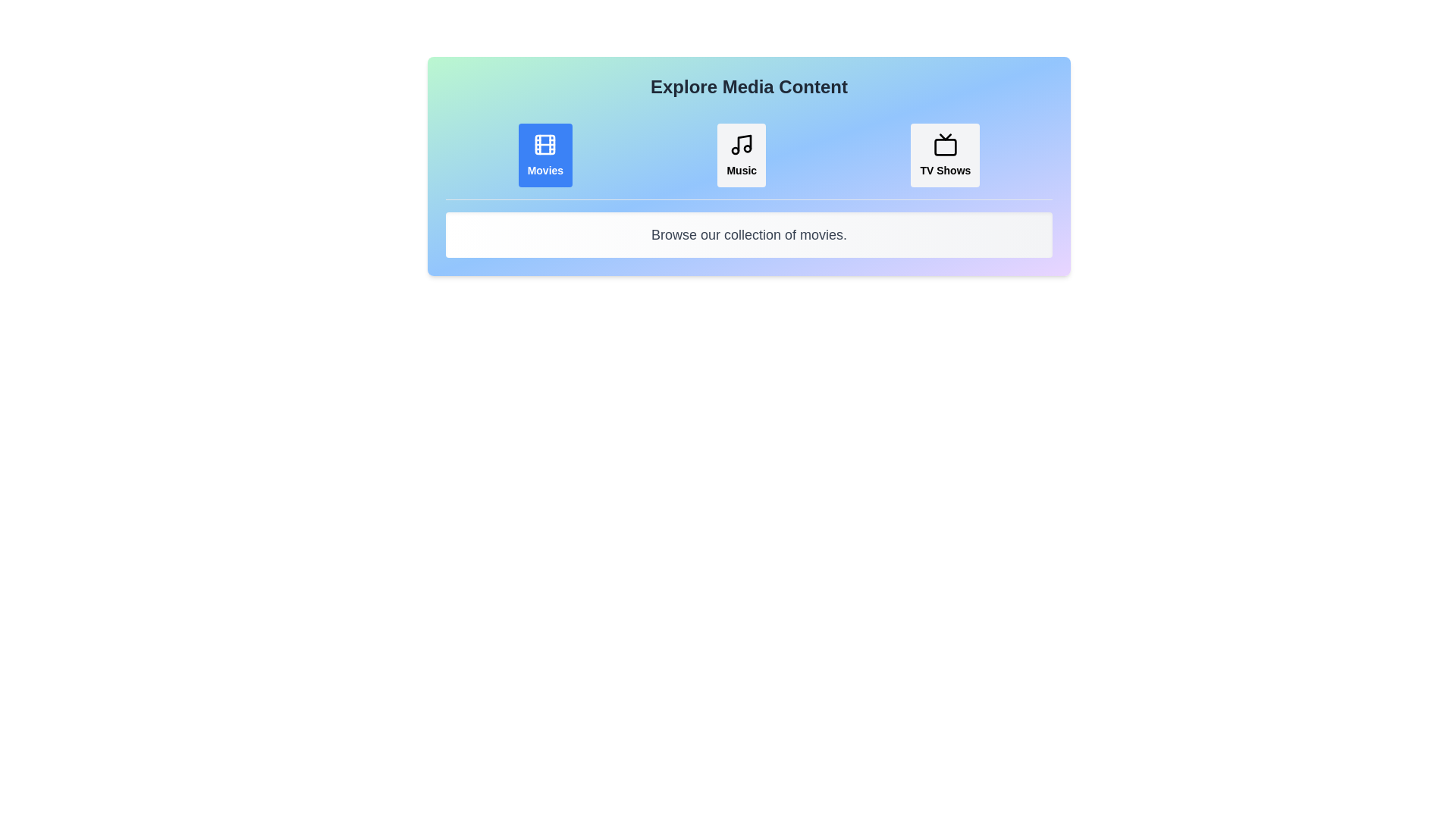 The height and width of the screenshot is (819, 1456). I want to click on the music note icon located in the 'Music' option panel, so click(742, 145).